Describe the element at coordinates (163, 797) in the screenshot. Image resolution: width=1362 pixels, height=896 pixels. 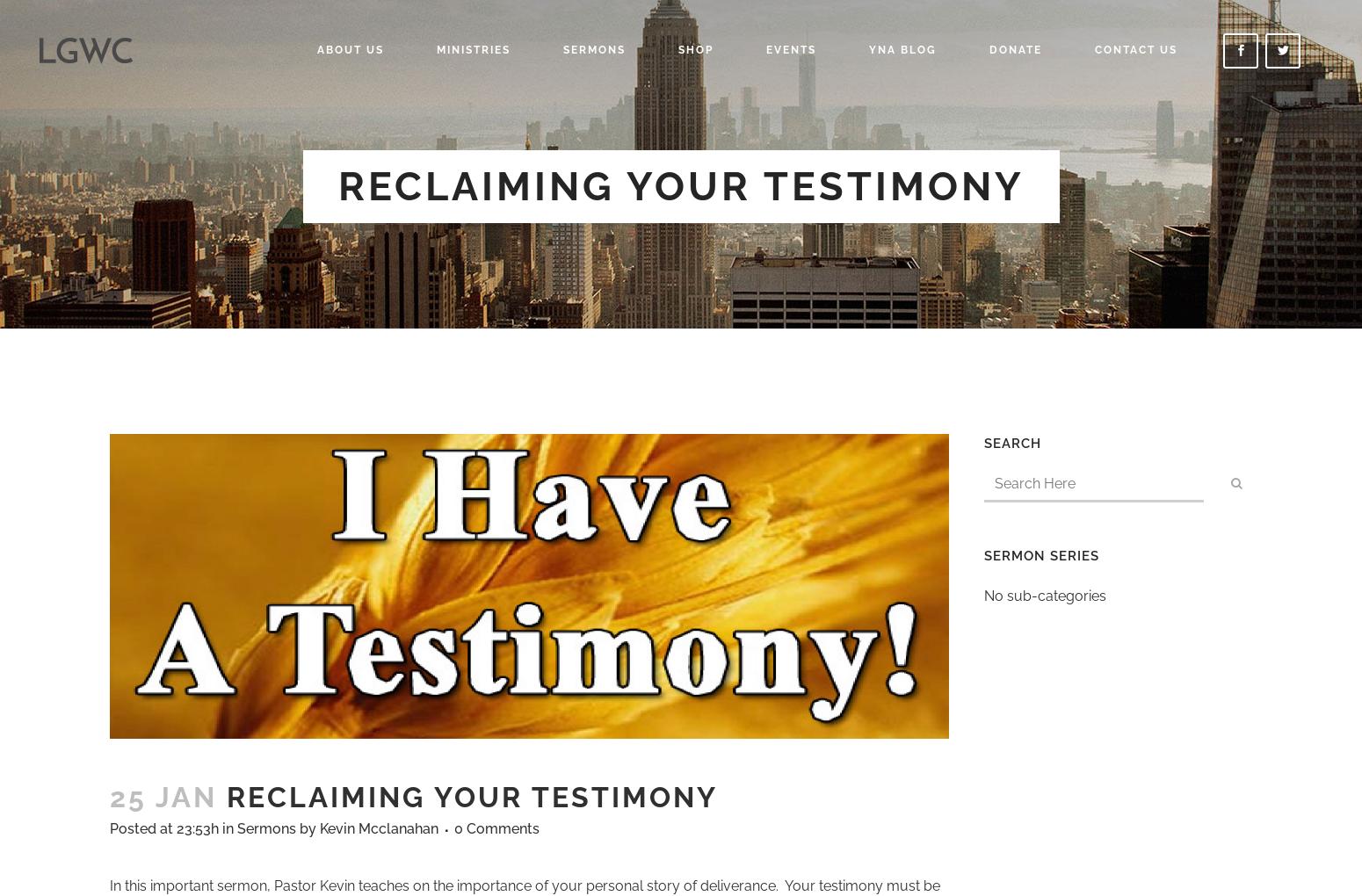
I see `'25 Jan'` at that location.